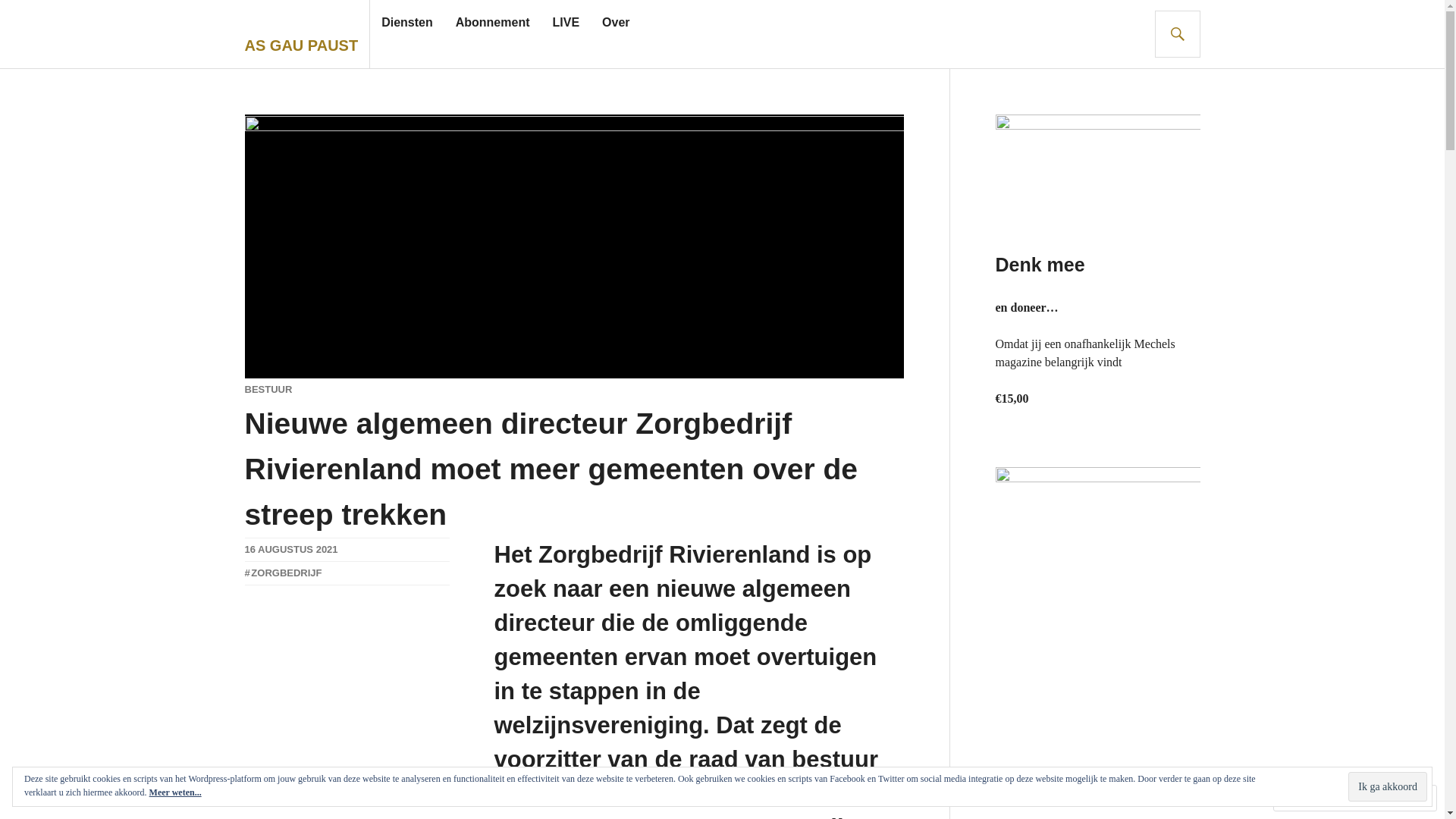 This screenshot has height=819, width=1456. I want to click on 'Abonnement', so click(492, 23).